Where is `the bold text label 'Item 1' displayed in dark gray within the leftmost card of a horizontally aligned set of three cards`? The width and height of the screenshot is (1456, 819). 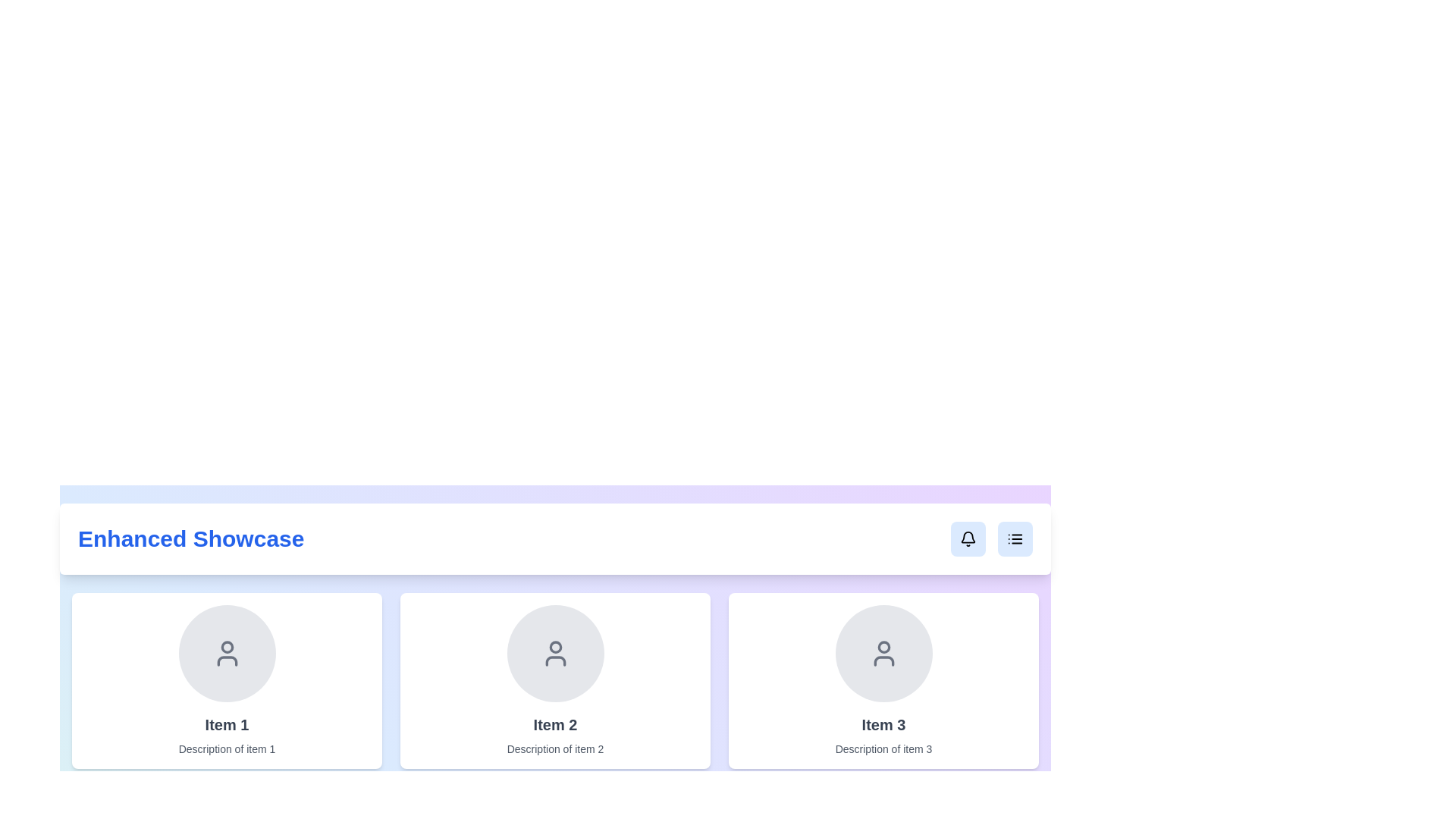
the bold text label 'Item 1' displayed in dark gray within the leftmost card of a horizontally aligned set of three cards is located at coordinates (226, 724).